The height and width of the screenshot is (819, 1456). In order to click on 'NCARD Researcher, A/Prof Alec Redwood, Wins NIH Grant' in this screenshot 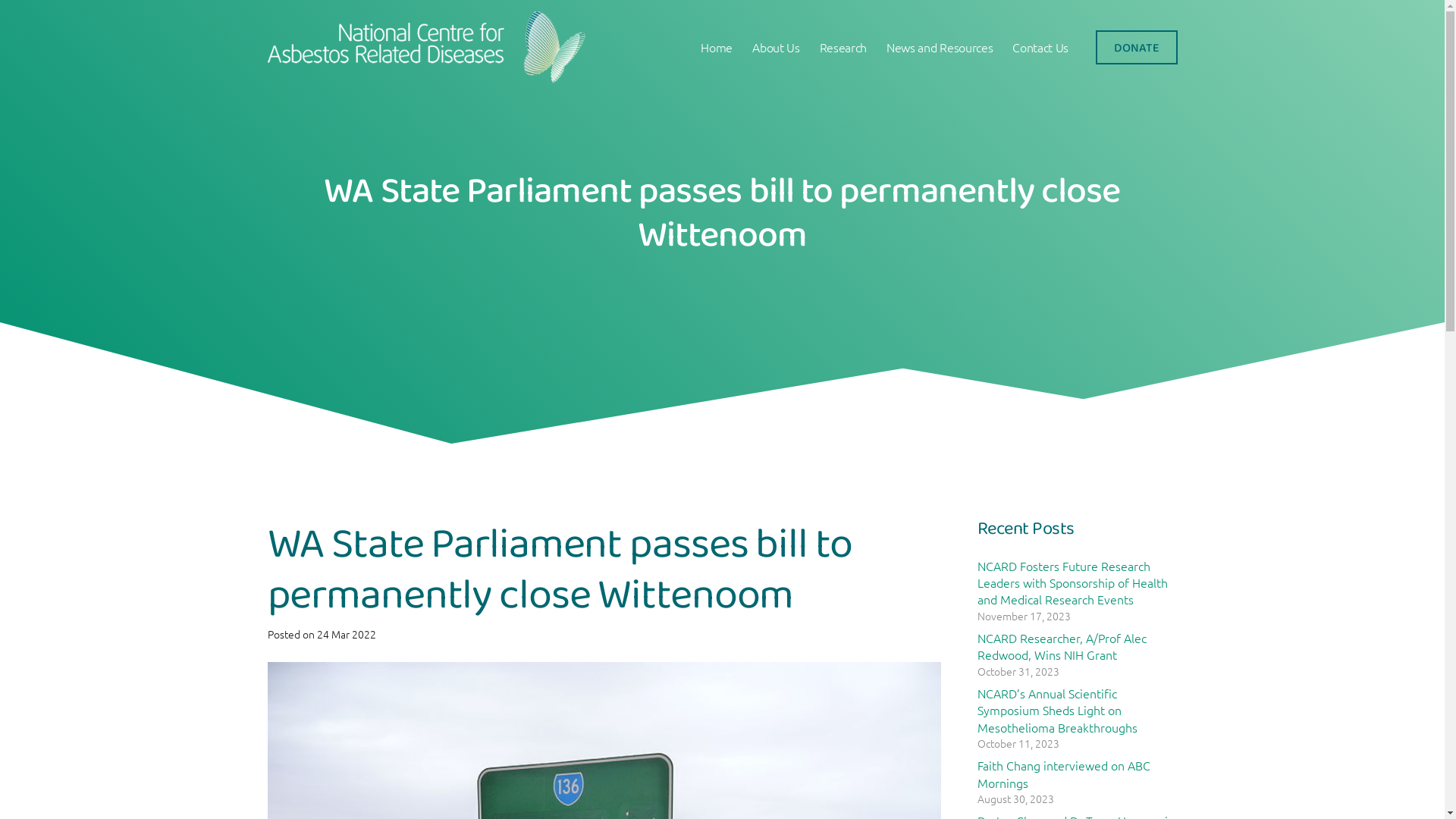, I will do `click(1060, 646)`.